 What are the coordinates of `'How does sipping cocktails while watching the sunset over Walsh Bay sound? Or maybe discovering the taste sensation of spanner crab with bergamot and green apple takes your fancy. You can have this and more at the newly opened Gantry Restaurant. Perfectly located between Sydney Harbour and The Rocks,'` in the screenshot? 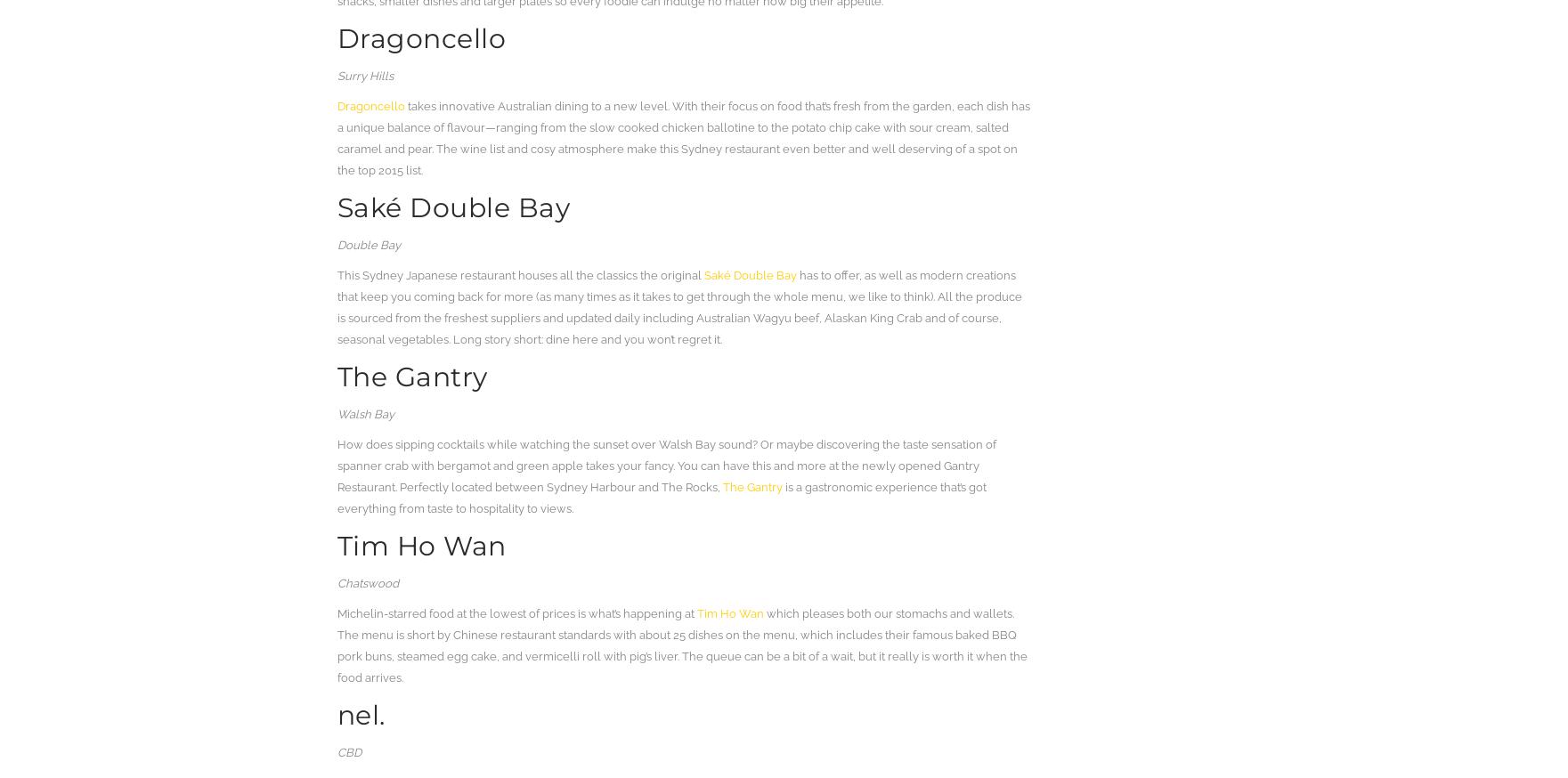 It's located at (666, 466).